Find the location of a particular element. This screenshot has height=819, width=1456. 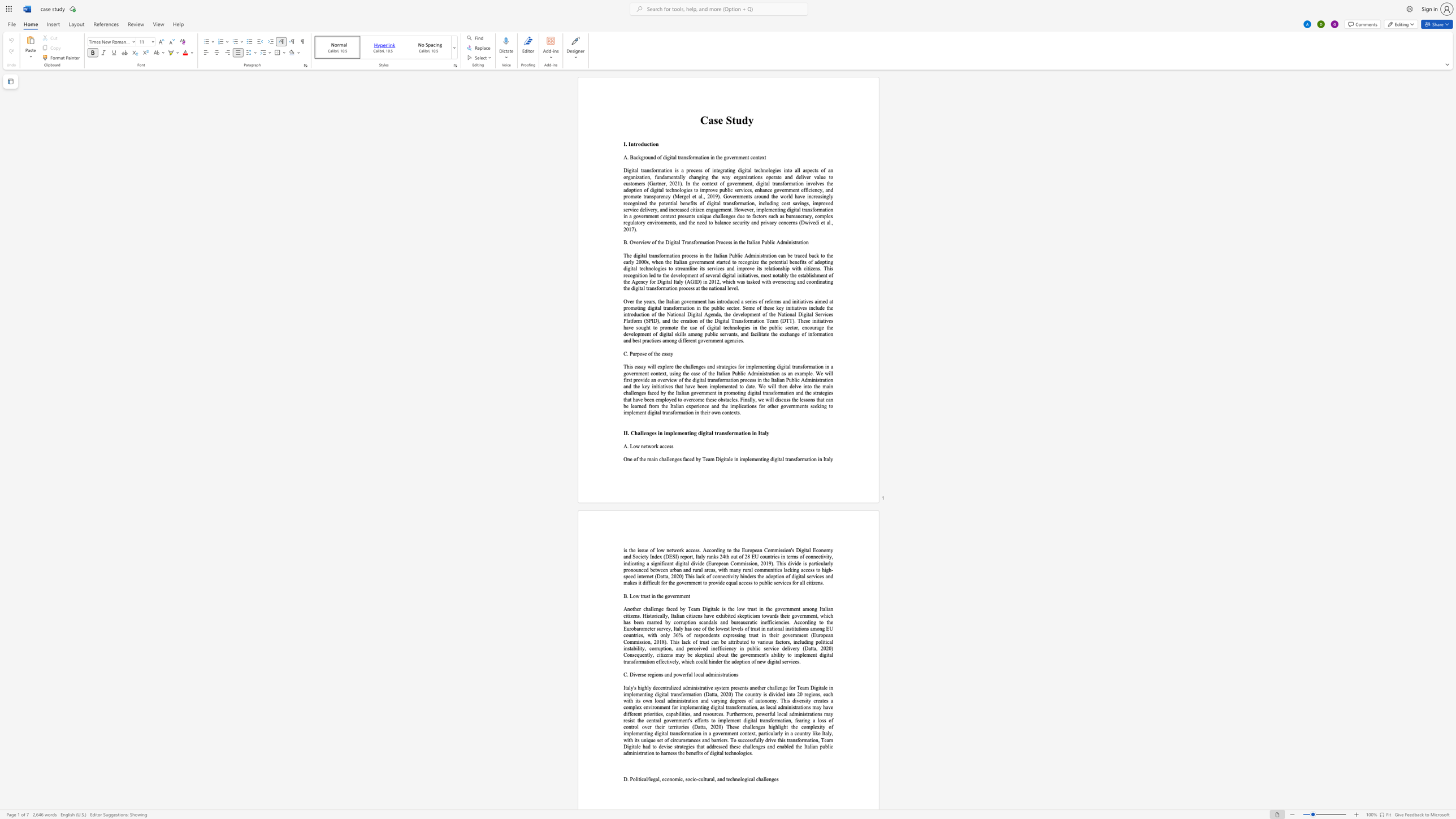

the 11th character "s" in the text is located at coordinates (715, 622).